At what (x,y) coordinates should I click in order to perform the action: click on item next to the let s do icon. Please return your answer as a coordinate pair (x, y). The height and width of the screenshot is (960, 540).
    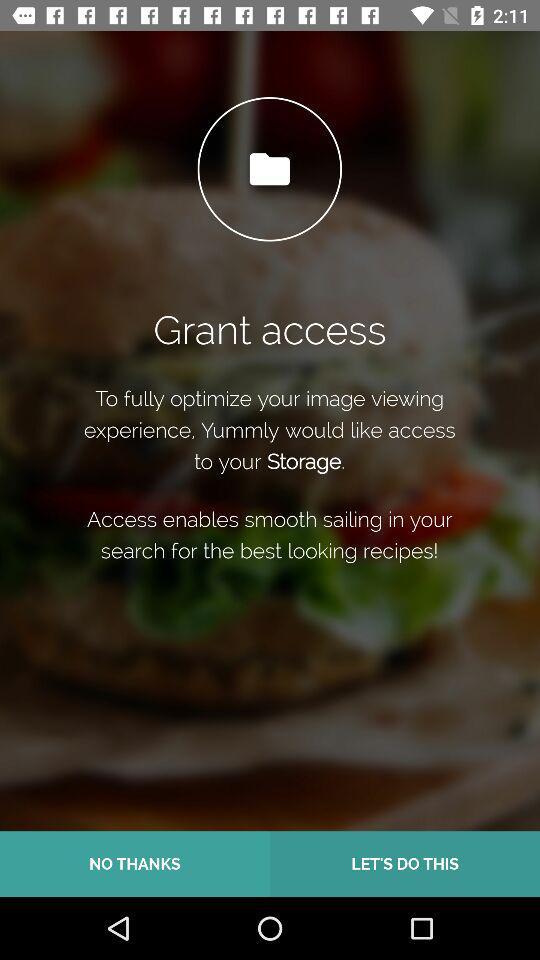
    Looking at the image, I should click on (135, 863).